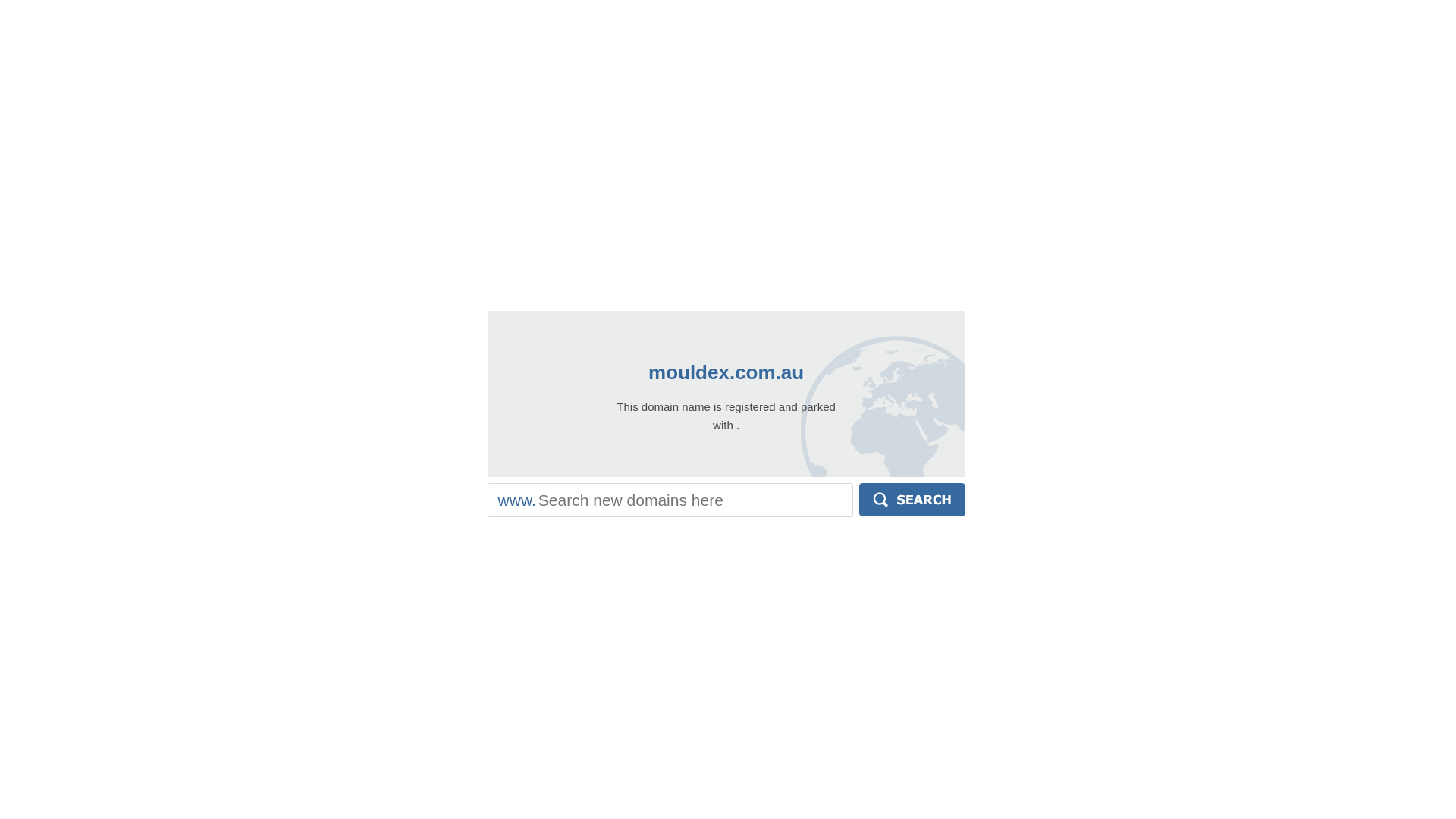 Image resolution: width=1456 pixels, height=819 pixels. What do you see at coordinates (912, 500) in the screenshot?
I see `'Search'` at bounding box center [912, 500].